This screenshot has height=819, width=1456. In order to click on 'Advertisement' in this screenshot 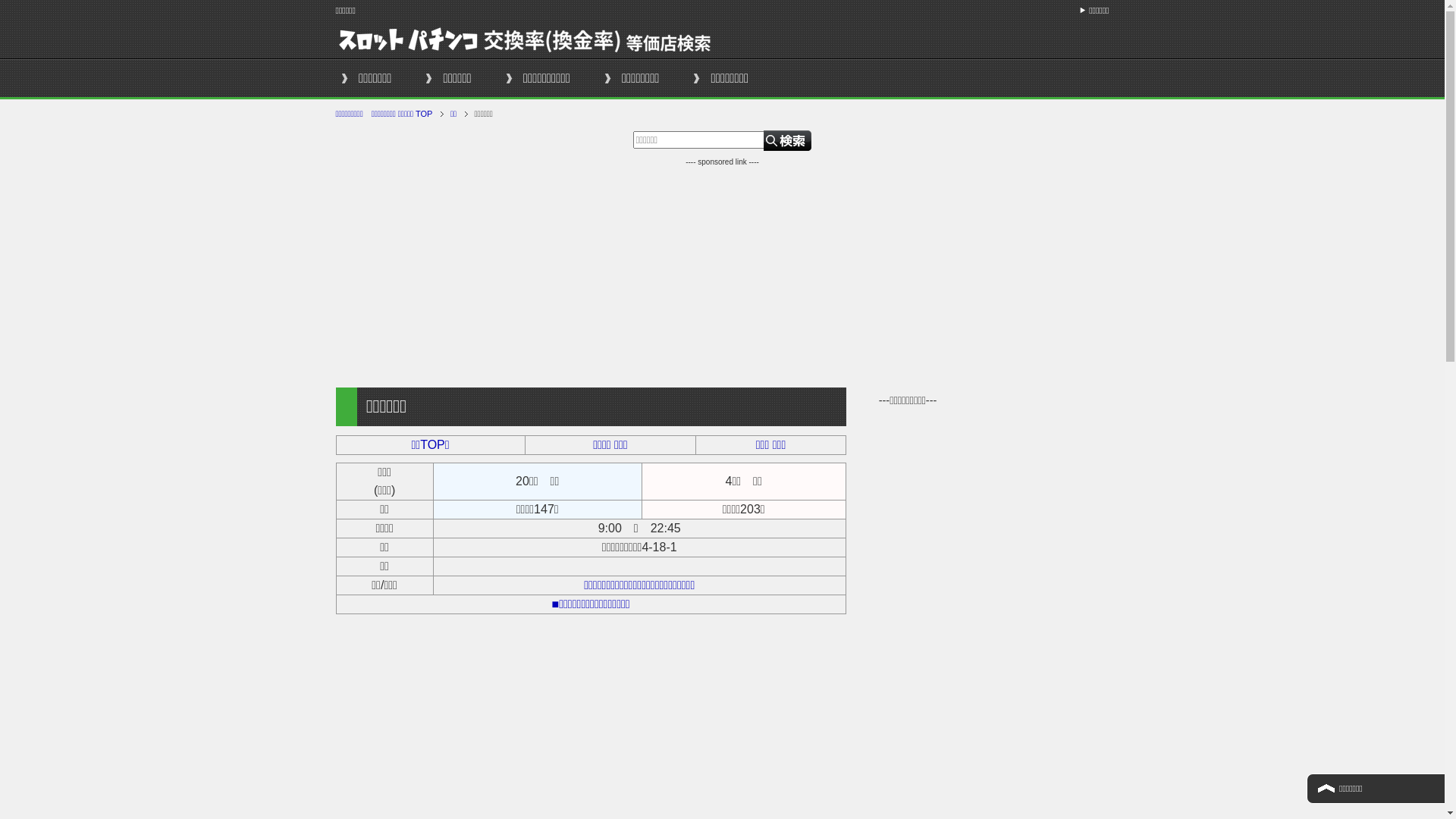, I will do `click(720, 274)`.